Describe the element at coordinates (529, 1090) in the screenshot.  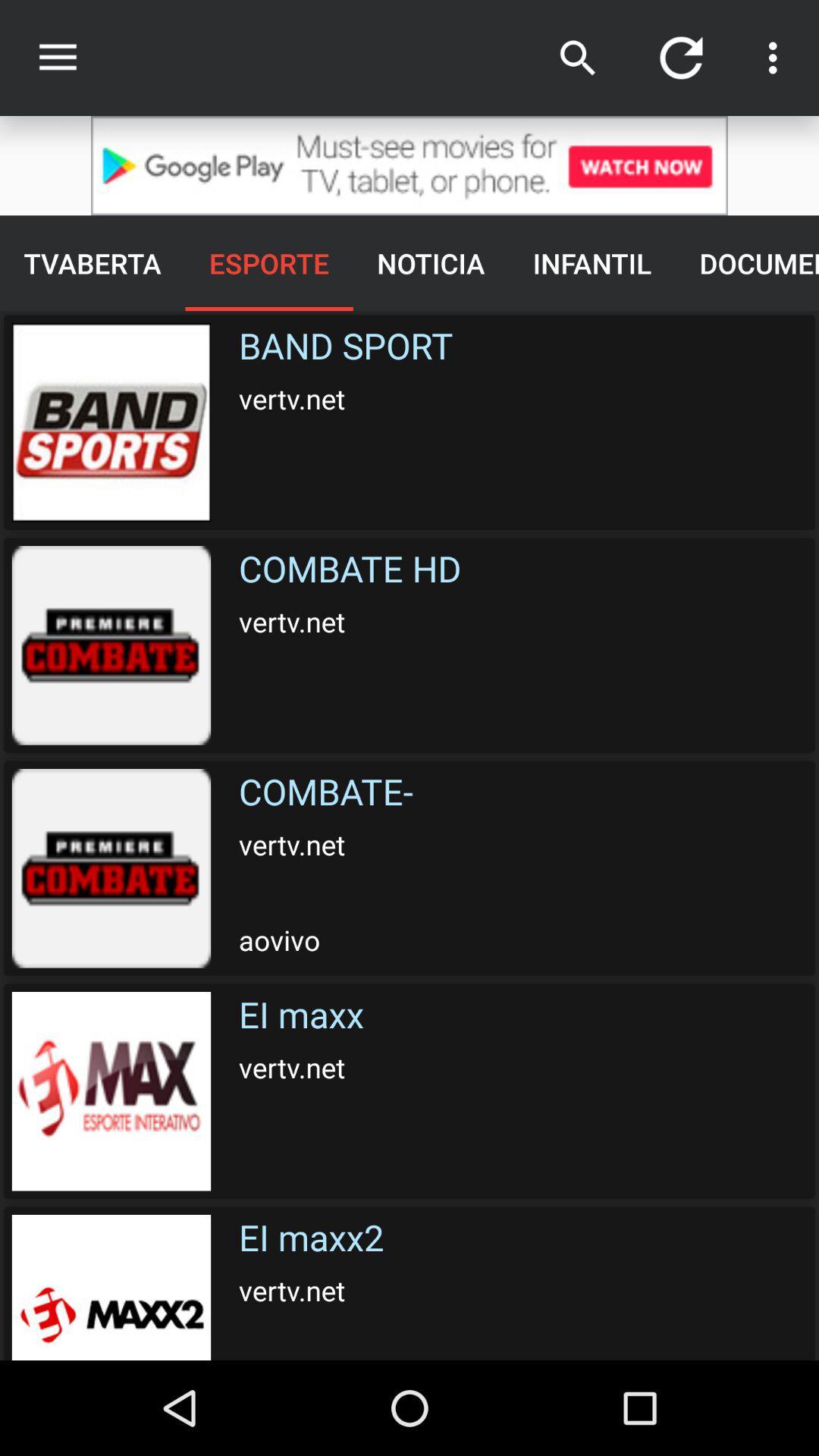
I see `text above the ei maxx2 vertvnet` at that location.